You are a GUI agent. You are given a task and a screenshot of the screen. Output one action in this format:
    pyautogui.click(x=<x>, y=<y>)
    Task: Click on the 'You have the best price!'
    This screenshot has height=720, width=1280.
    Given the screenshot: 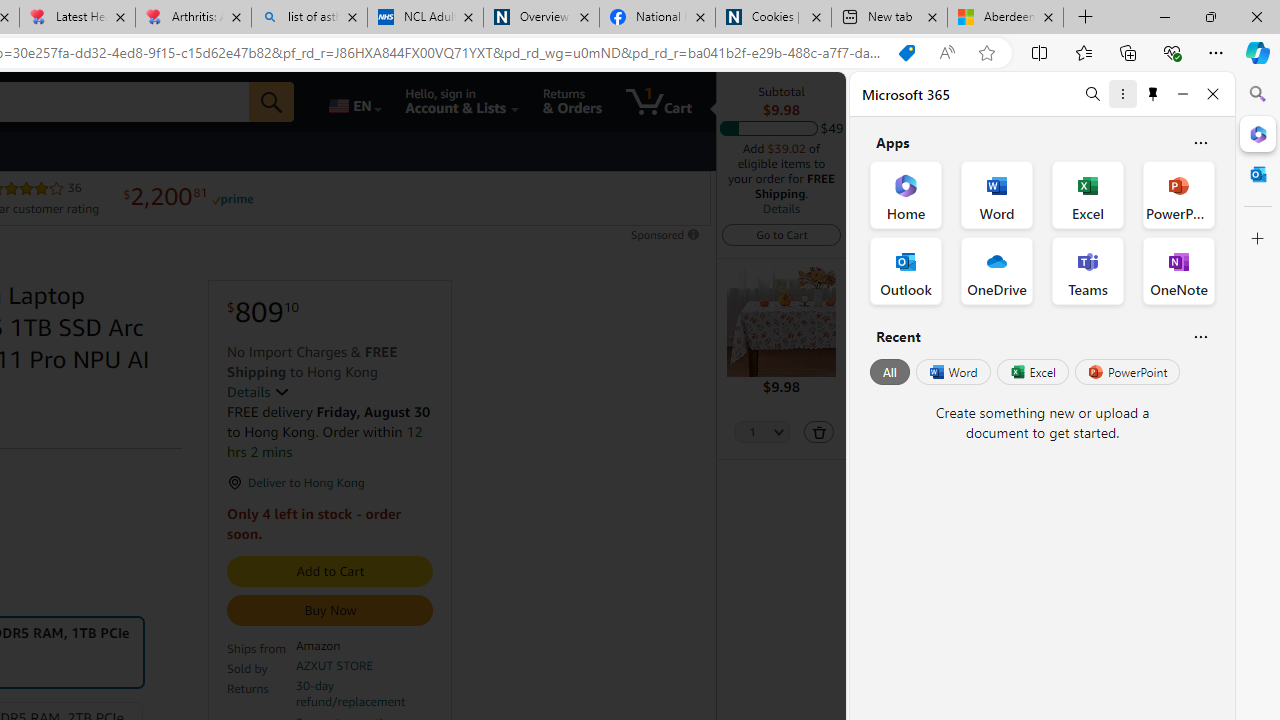 What is the action you would take?
    pyautogui.click(x=905, y=52)
    